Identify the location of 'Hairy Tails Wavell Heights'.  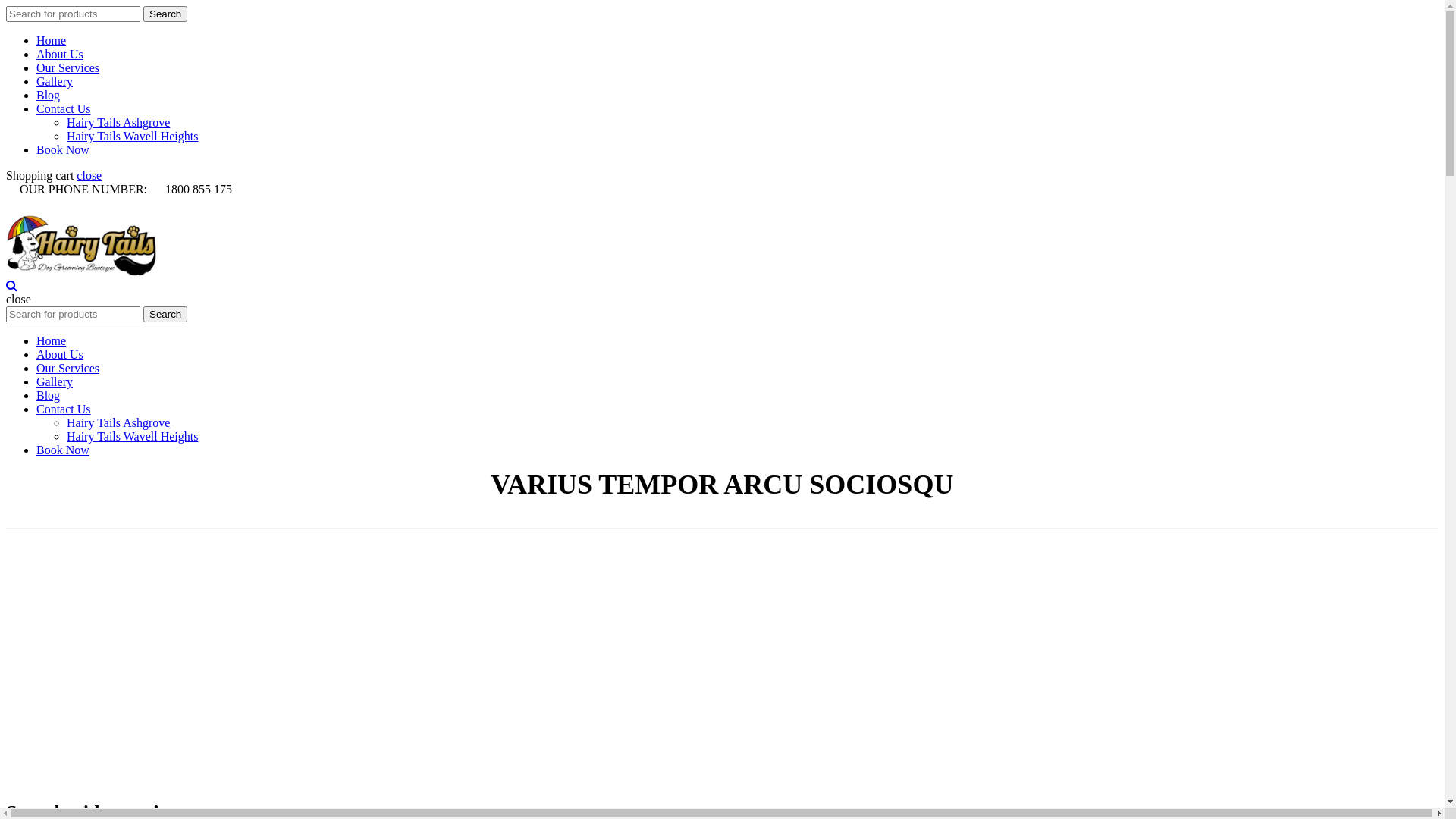
(132, 436).